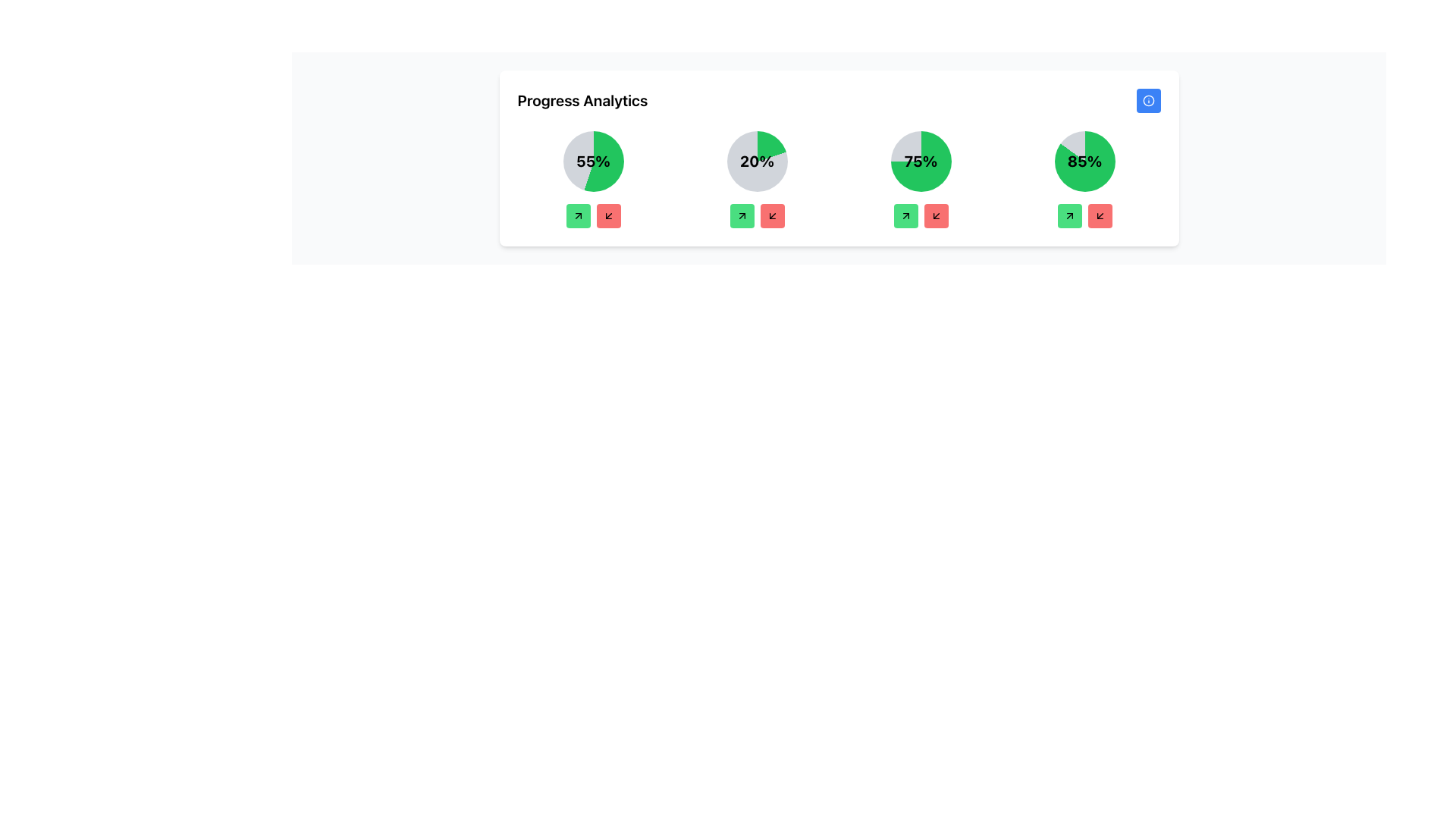 The image size is (1456, 819). Describe the element at coordinates (1084, 216) in the screenshot. I see `the button group with green and red buttons containing arrow icons` at that location.